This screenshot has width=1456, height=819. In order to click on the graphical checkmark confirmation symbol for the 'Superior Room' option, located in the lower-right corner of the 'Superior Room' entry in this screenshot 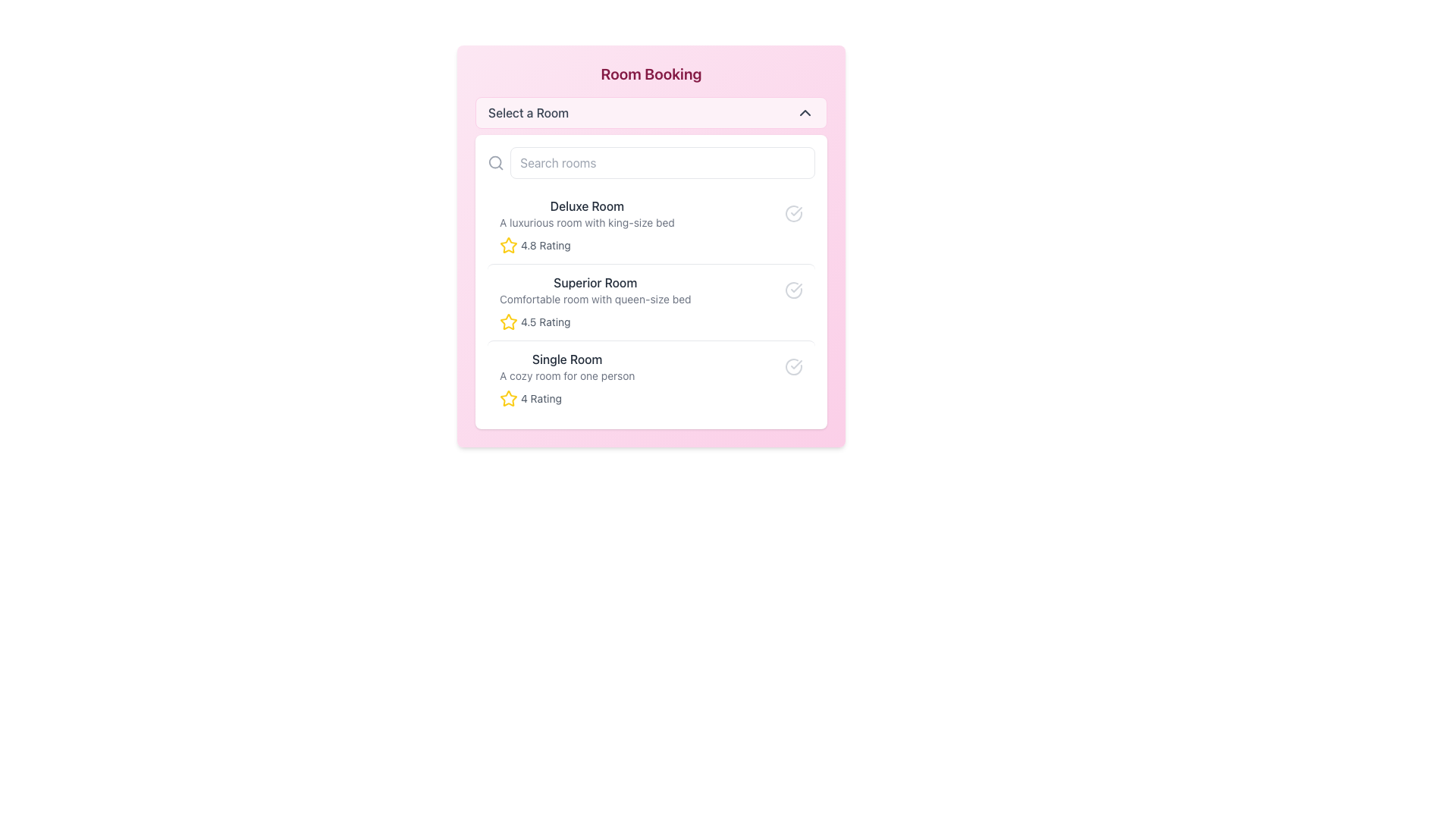, I will do `click(792, 290)`.